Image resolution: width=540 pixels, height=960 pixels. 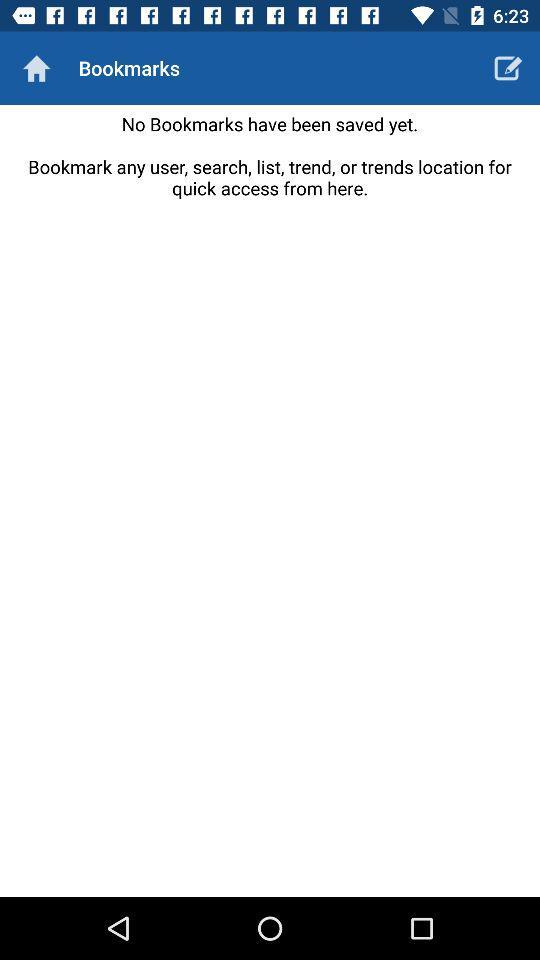 What do you see at coordinates (36, 68) in the screenshot?
I see `homepage` at bounding box center [36, 68].